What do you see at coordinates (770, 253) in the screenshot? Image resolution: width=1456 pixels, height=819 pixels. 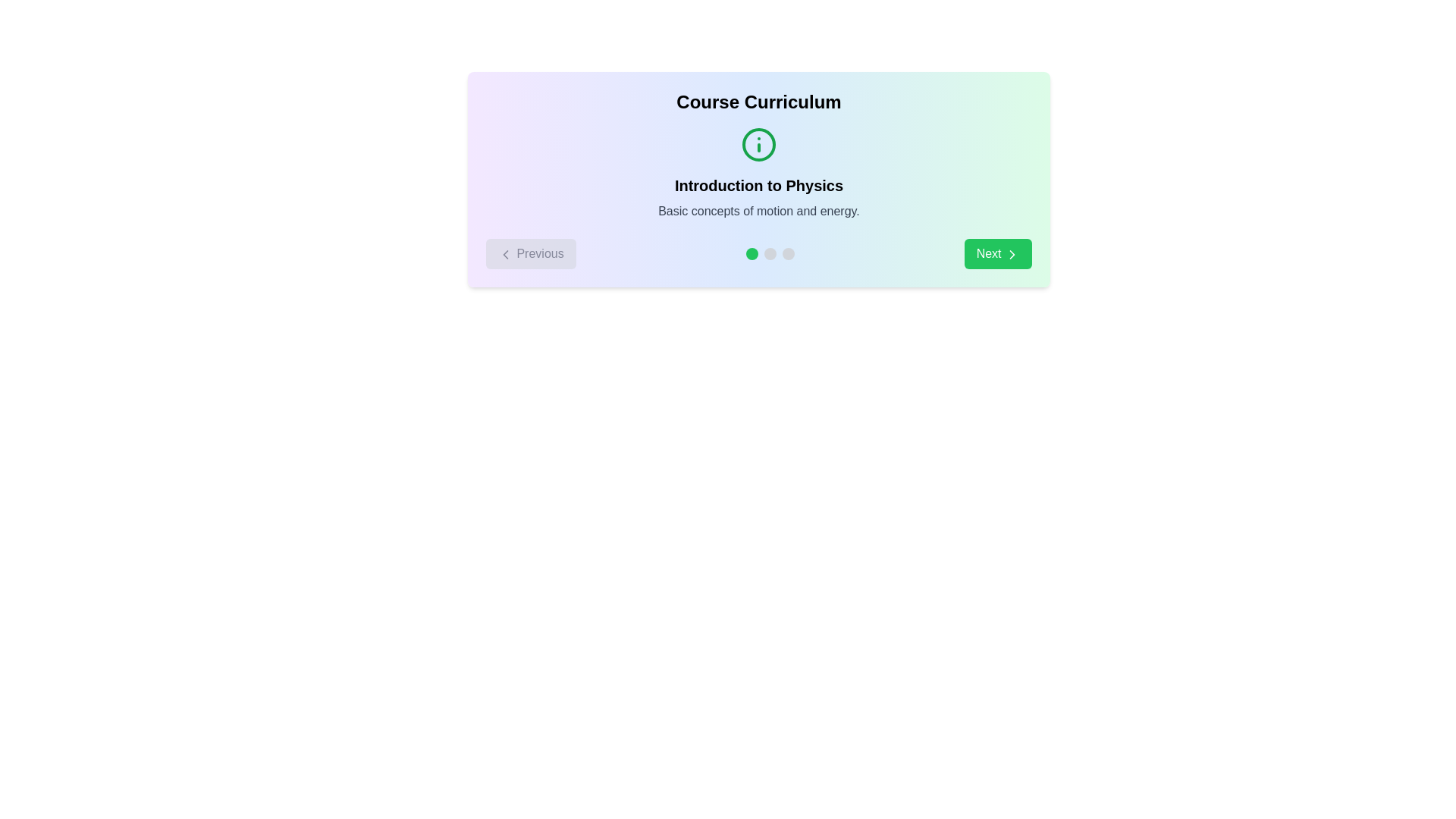 I see `the second circular button with a gray background in the lower central area of the 'Introduction to Physics' section` at bounding box center [770, 253].